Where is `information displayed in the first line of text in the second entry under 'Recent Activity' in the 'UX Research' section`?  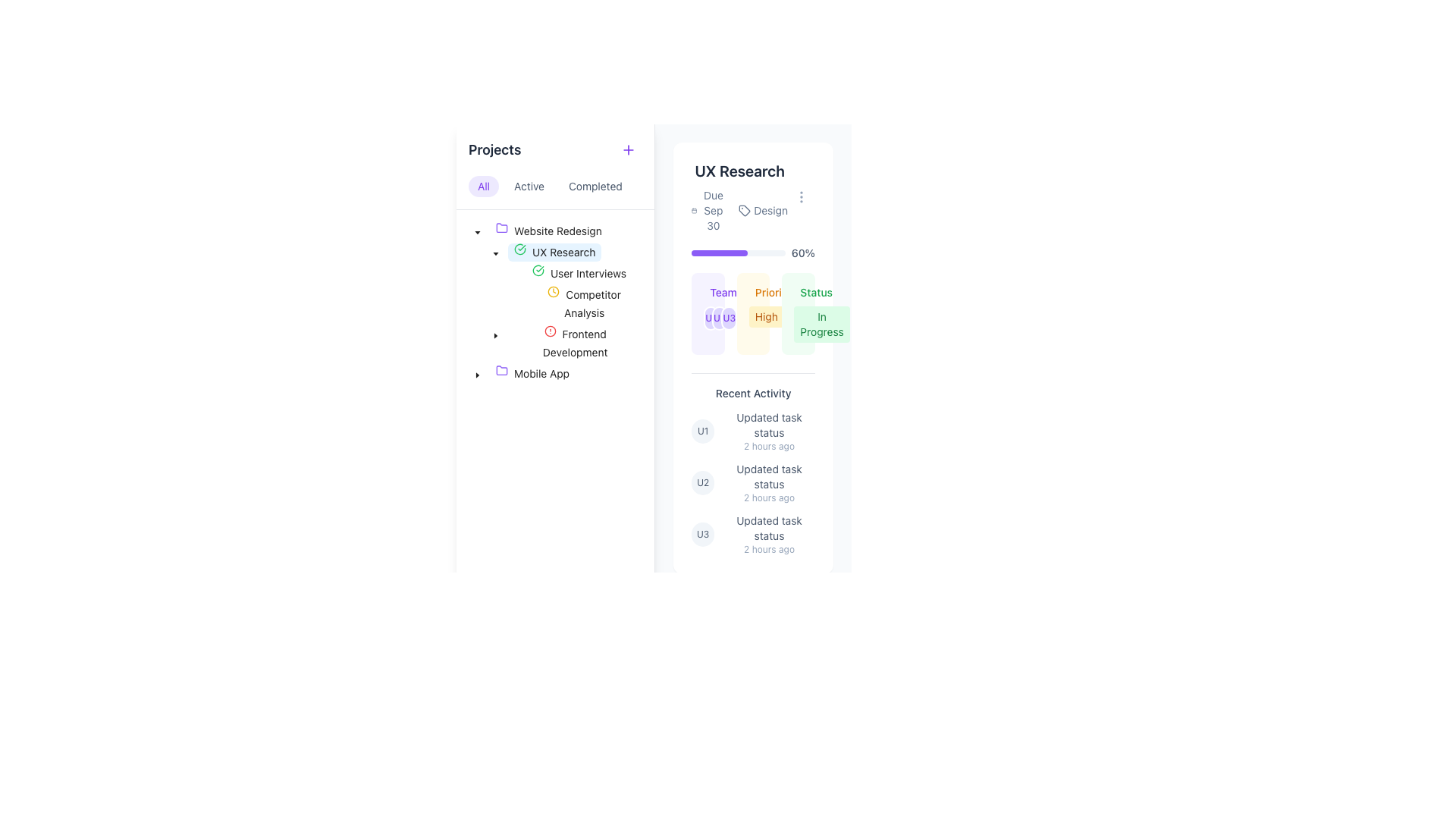 information displayed in the first line of text in the second entry under 'Recent Activity' in the 'UX Research' section is located at coordinates (769, 475).